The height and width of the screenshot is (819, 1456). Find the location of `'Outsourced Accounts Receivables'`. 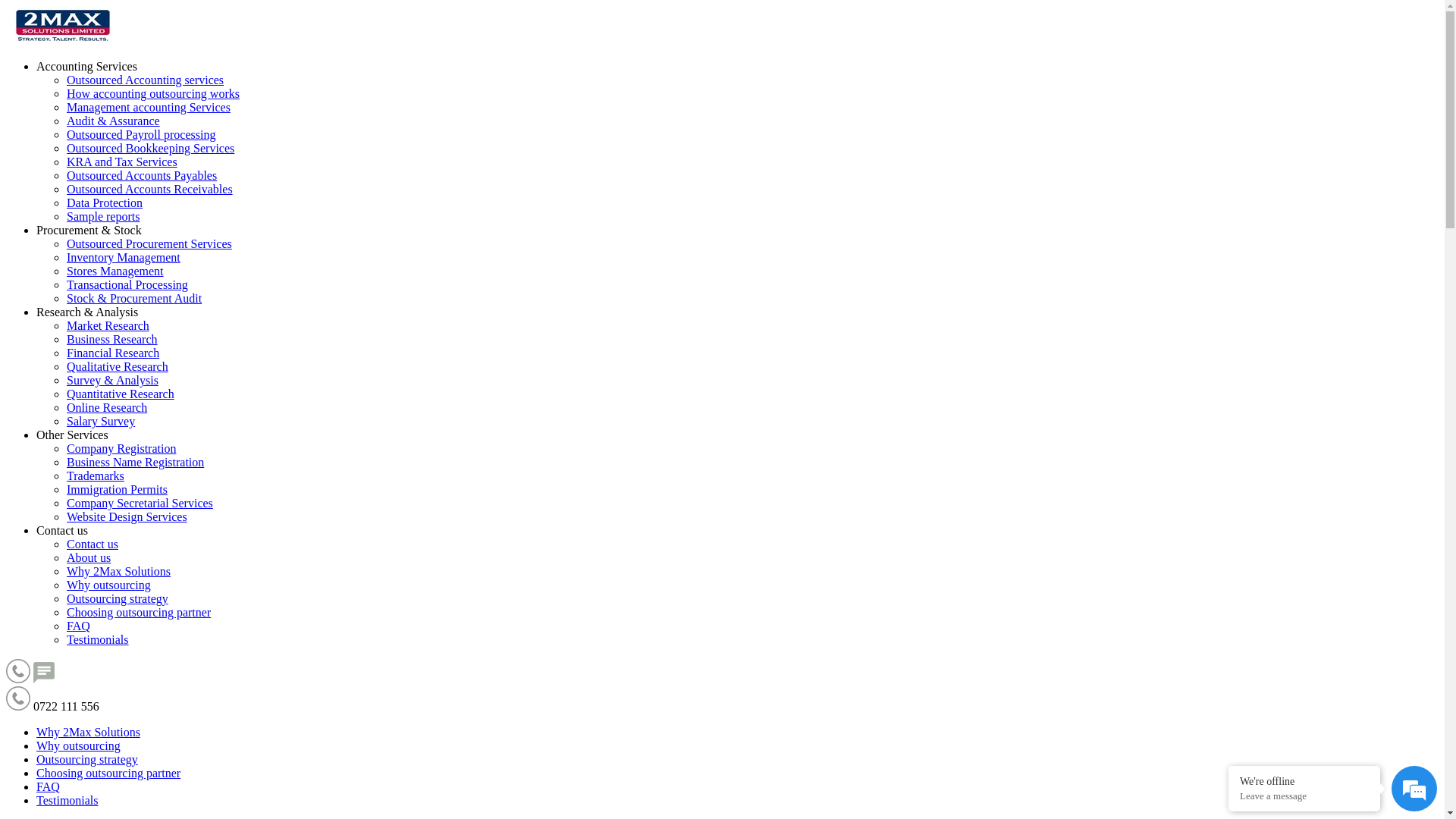

'Outsourced Accounts Receivables' is located at coordinates (149, 188).